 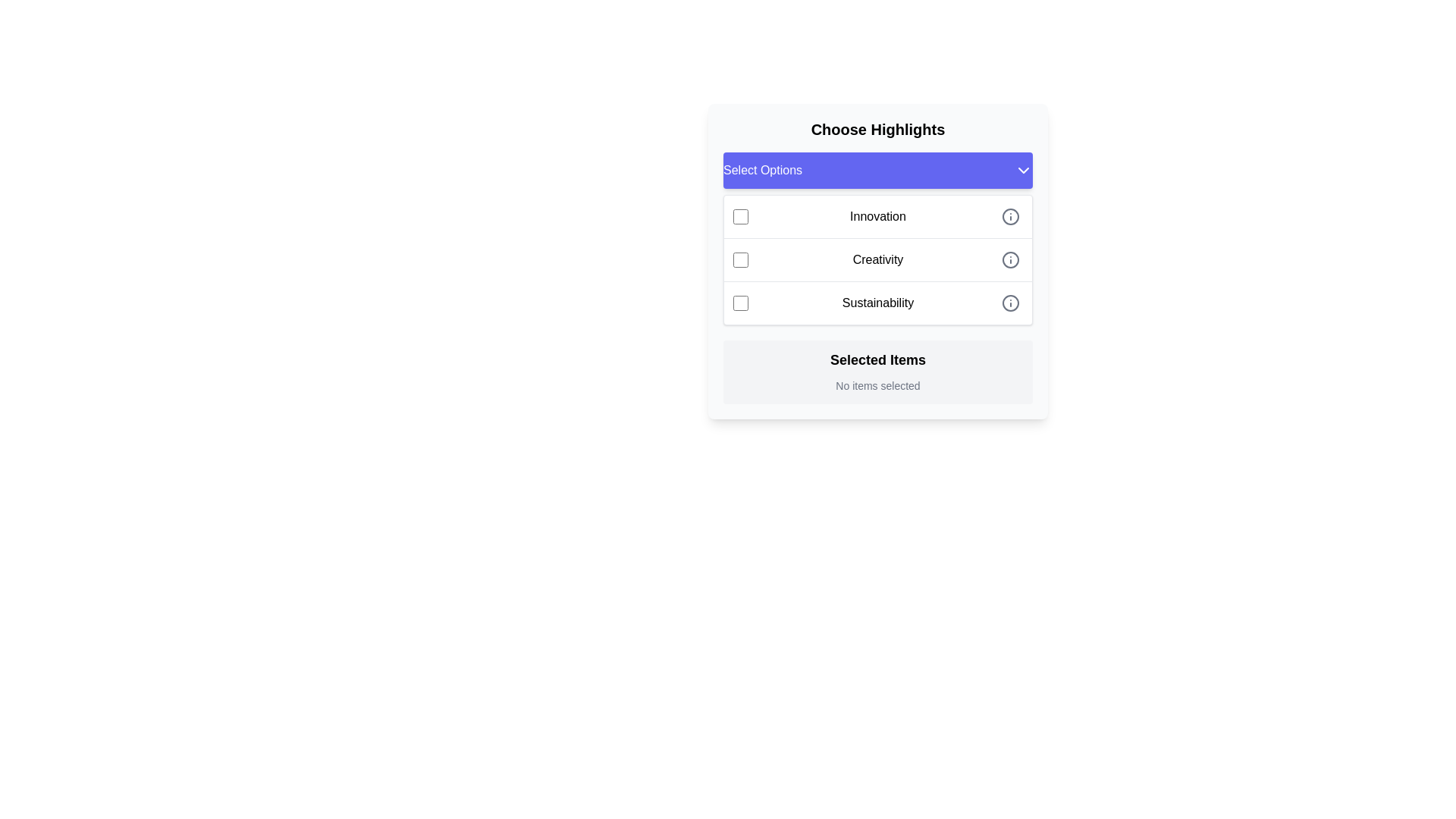 What do you see at coordinates (1011, 303) in the screenshot?
I see `the Information icon, which is the last among a series of similar icons, located to the right of the checkbox and 'Sustainability' text on the third row in the list` at bounding box center [1011, 303].